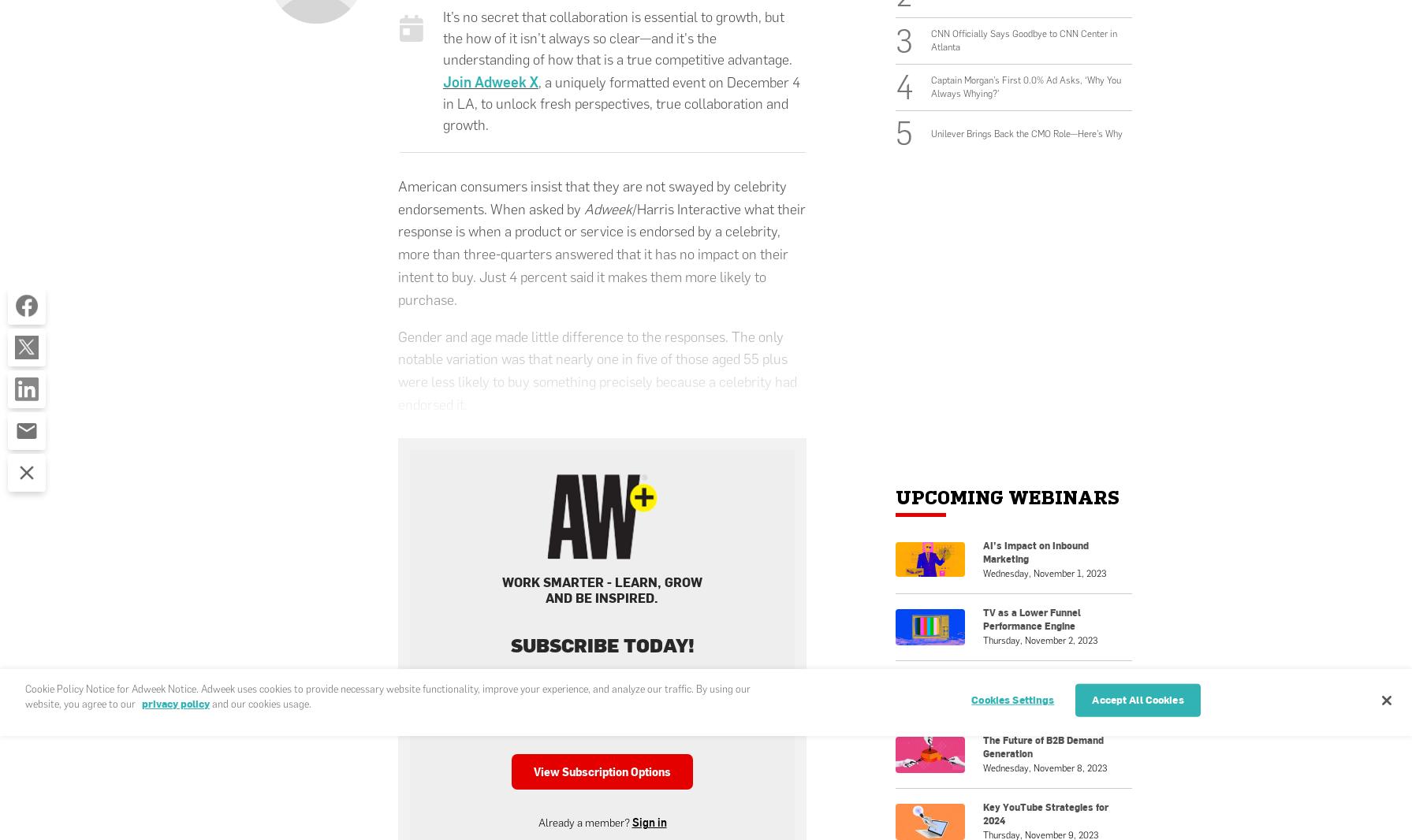 The height and width of the screenshot is (840, 1412). What do you see at coordinates (1045, 813) in the screenshot?
I see `'Key YouTube Strategies for 2024'` at bounding box center [1045, 813].